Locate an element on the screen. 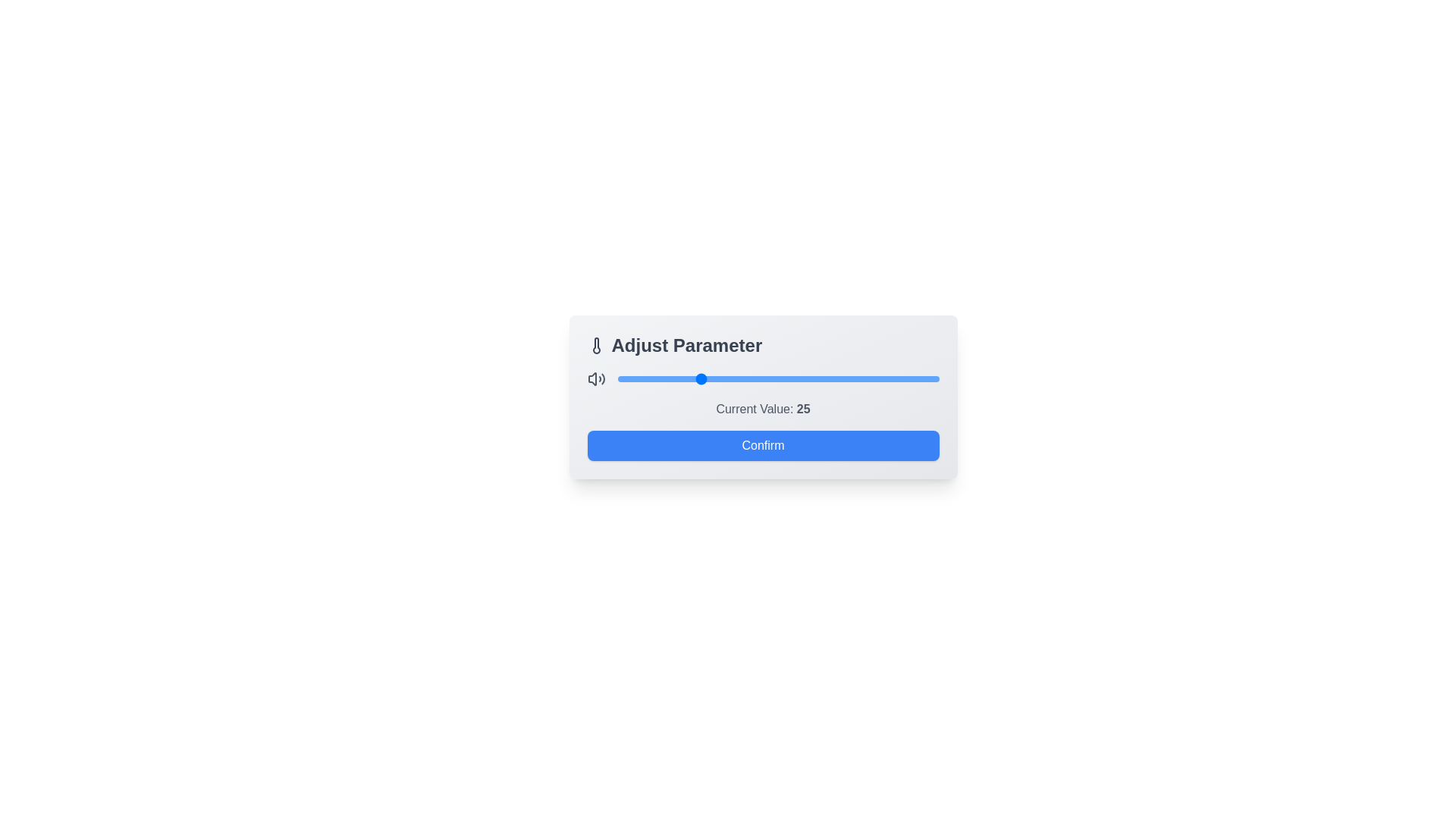 The image size is (1456, 819). the horizontal Range Slider with a blue progress bar and a circular knob, located below the 'Adjust Parameter' title and above the 'Current Value: 25' text is located at coordinates (763, 378).